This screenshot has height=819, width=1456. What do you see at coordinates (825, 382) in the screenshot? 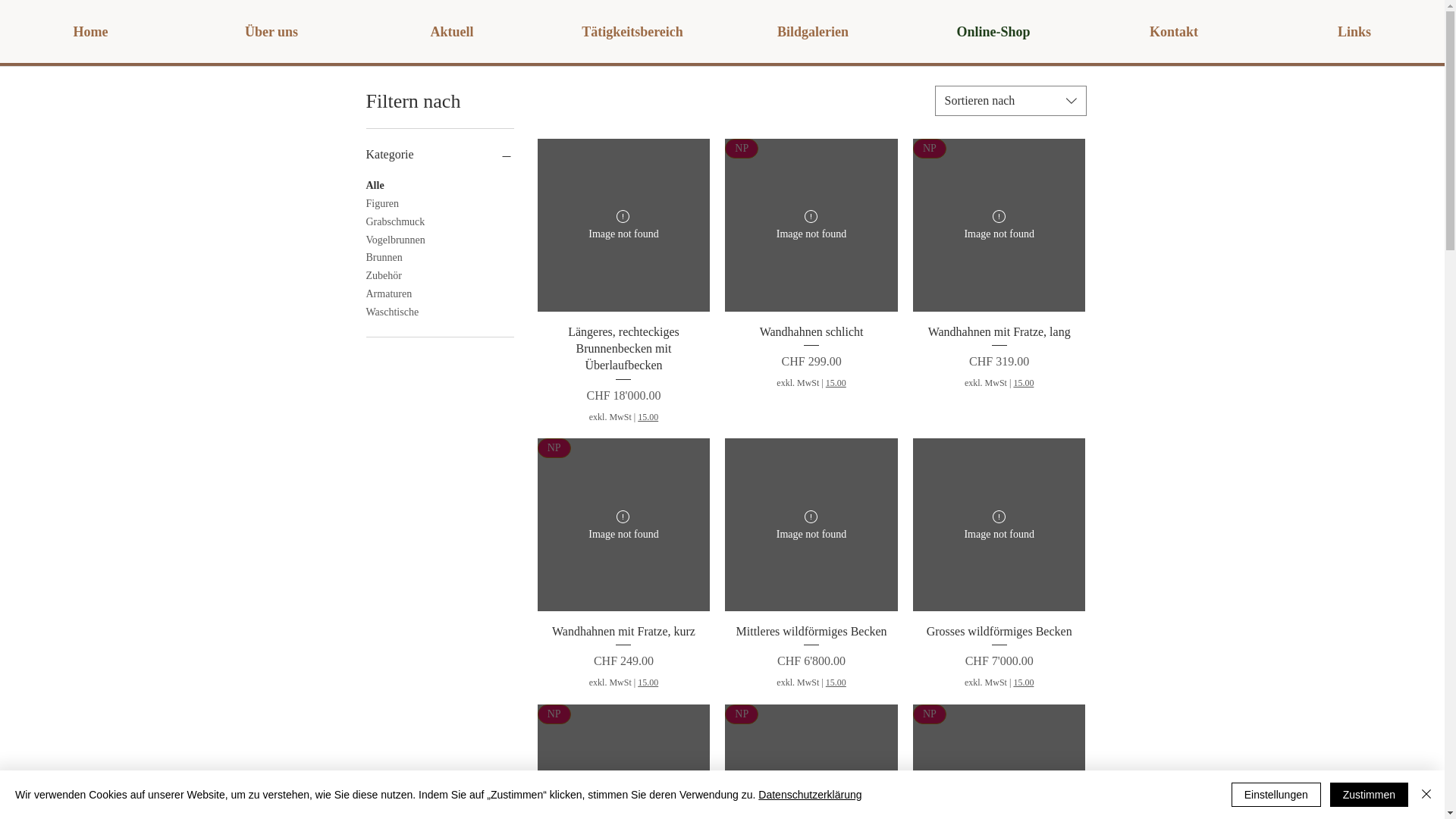
I see `'15.00'` at bounding box center [825, 382].